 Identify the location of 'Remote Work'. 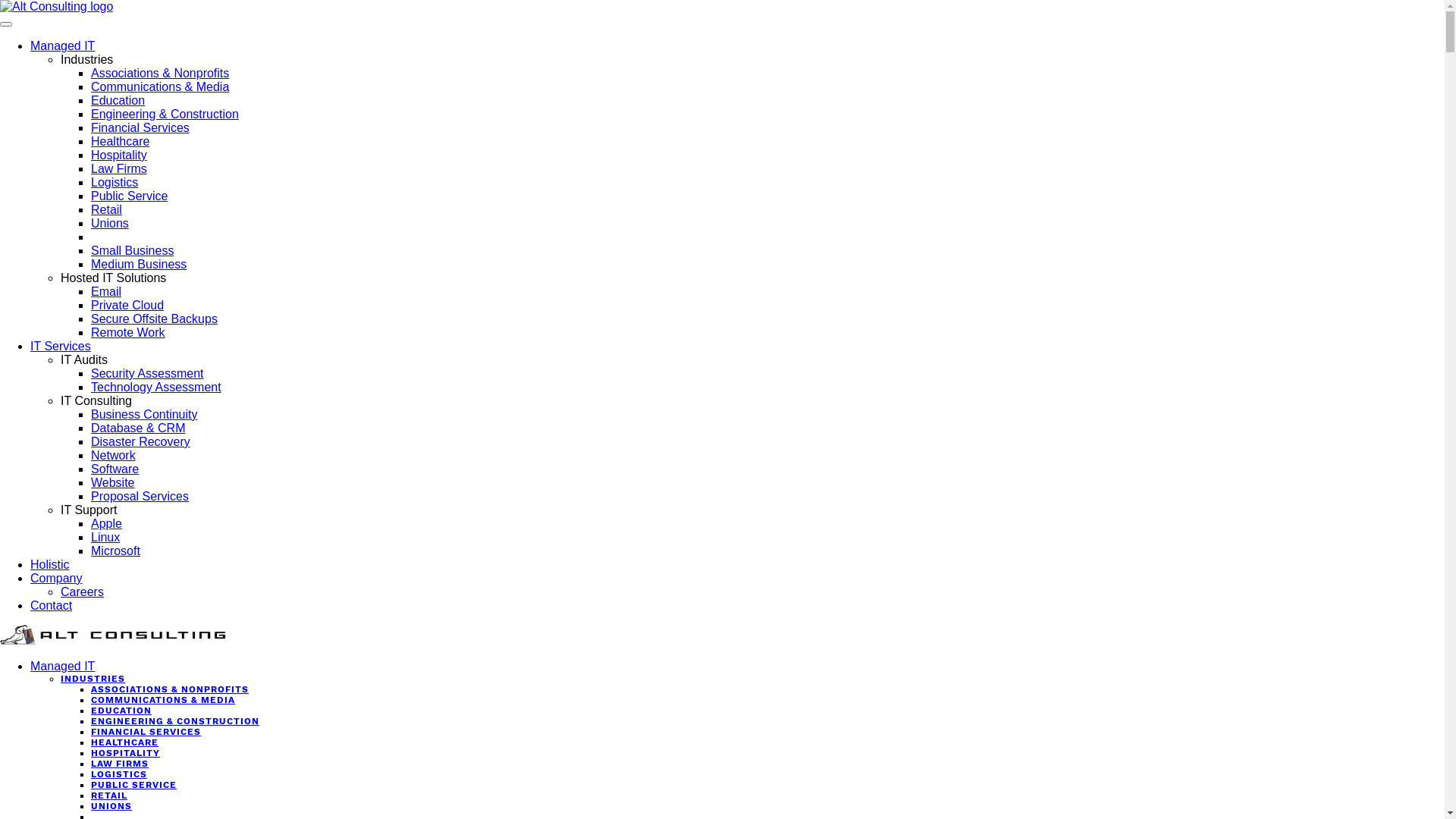
(127, 331).